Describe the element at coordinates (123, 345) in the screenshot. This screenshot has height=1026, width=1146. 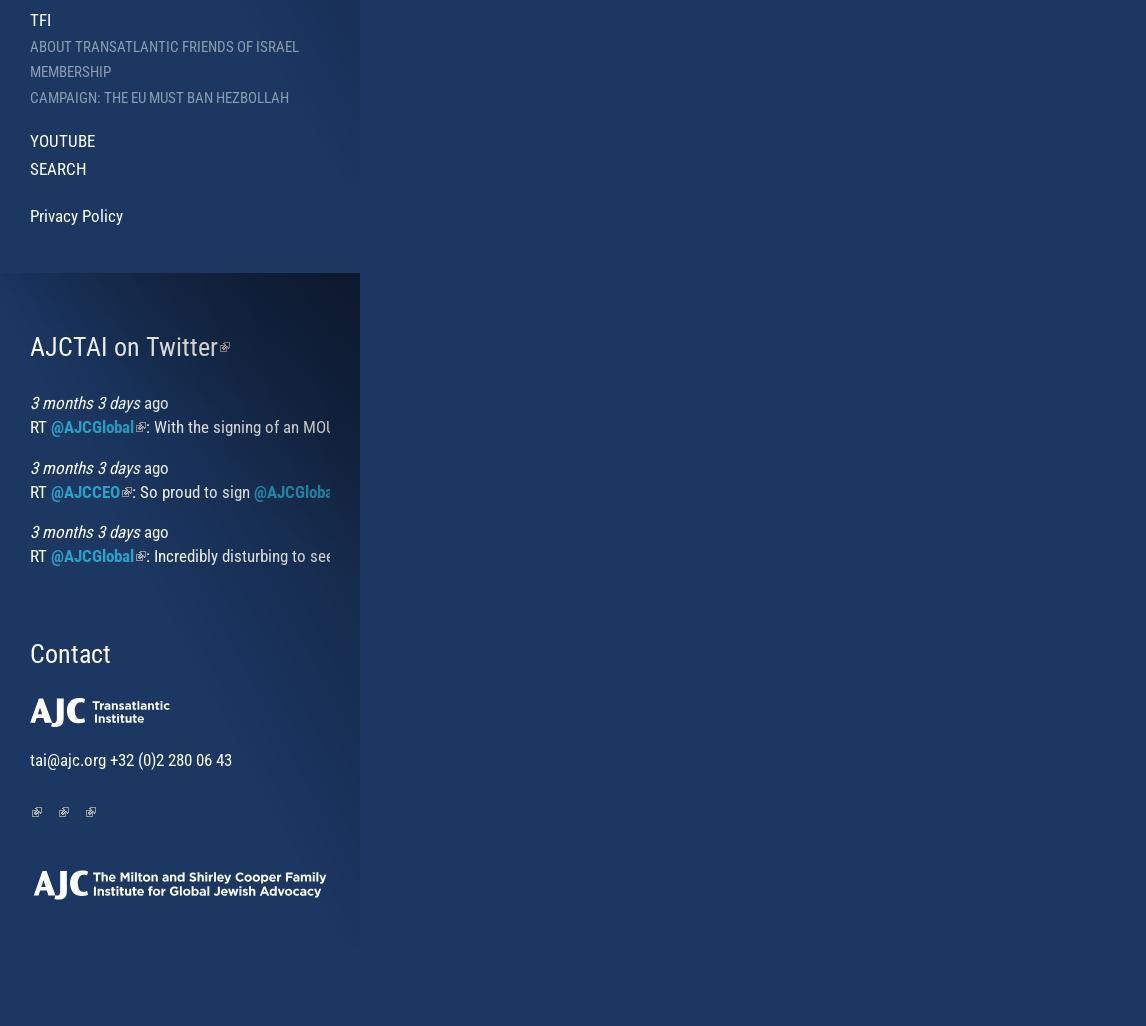
I see `'AJCTAI on Twitter'` at that location.